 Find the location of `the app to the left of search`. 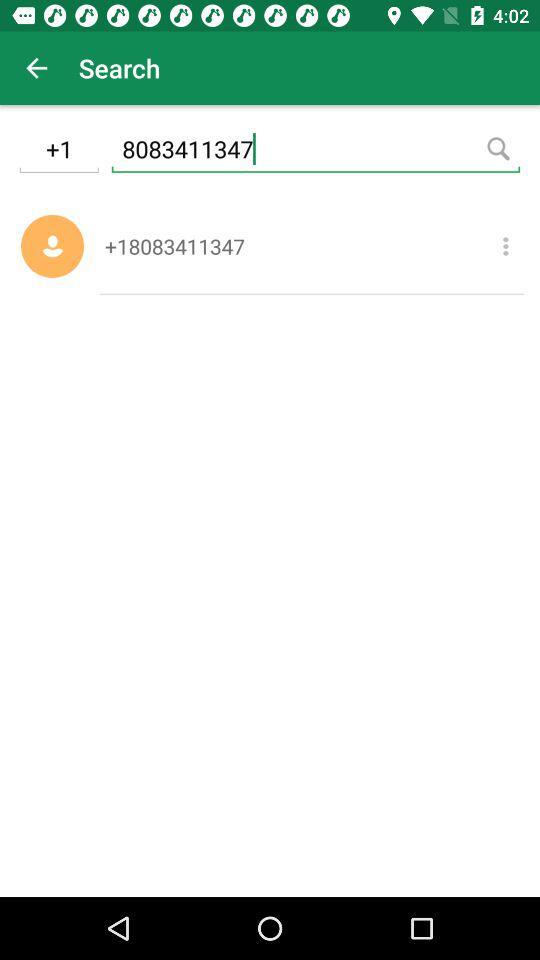

the app to the left of search is located at coordinates (36, 68).